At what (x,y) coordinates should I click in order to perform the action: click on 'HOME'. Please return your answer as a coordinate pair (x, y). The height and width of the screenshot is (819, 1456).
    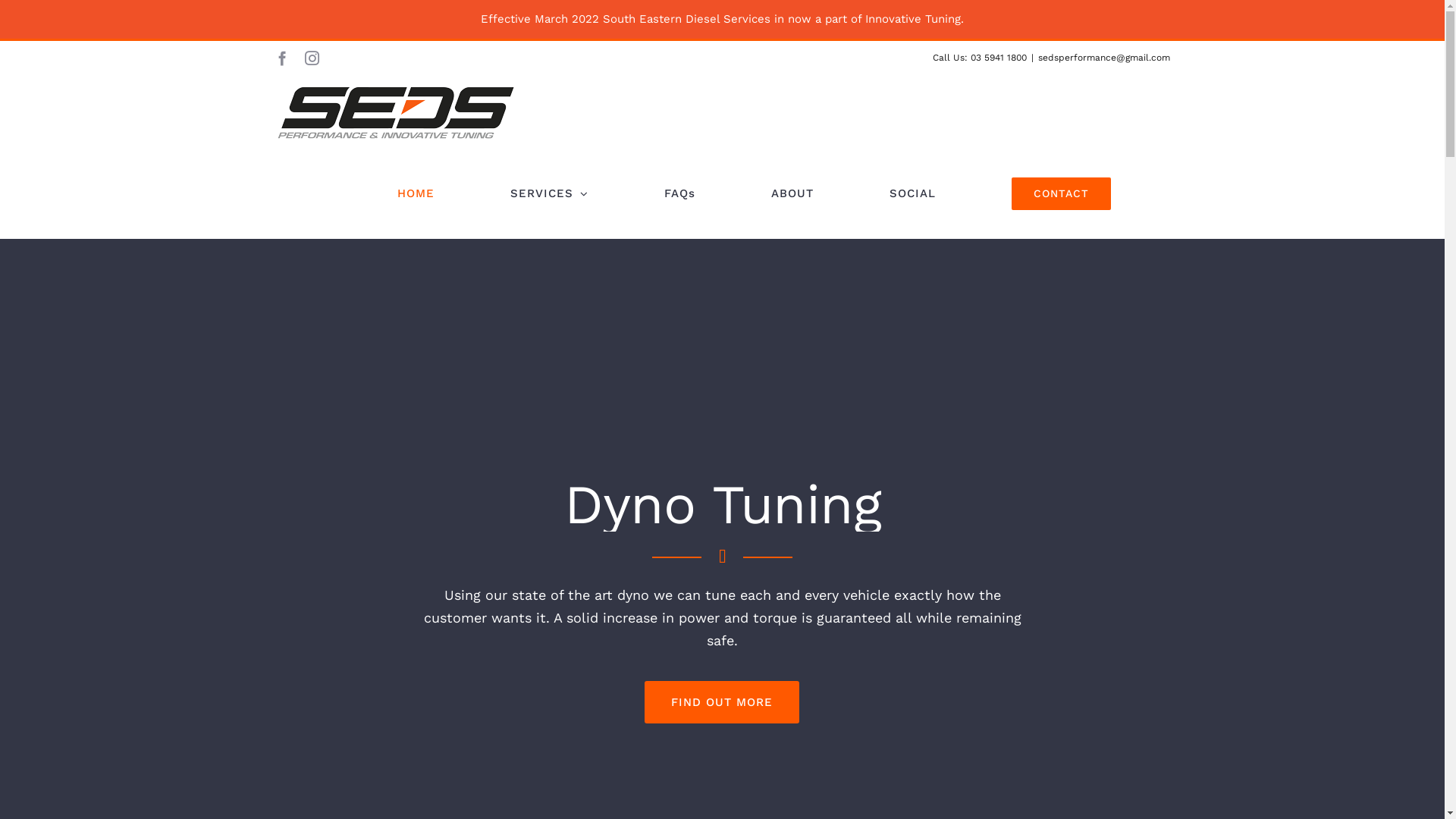
    Looking at the image, I should click on (381, 193).